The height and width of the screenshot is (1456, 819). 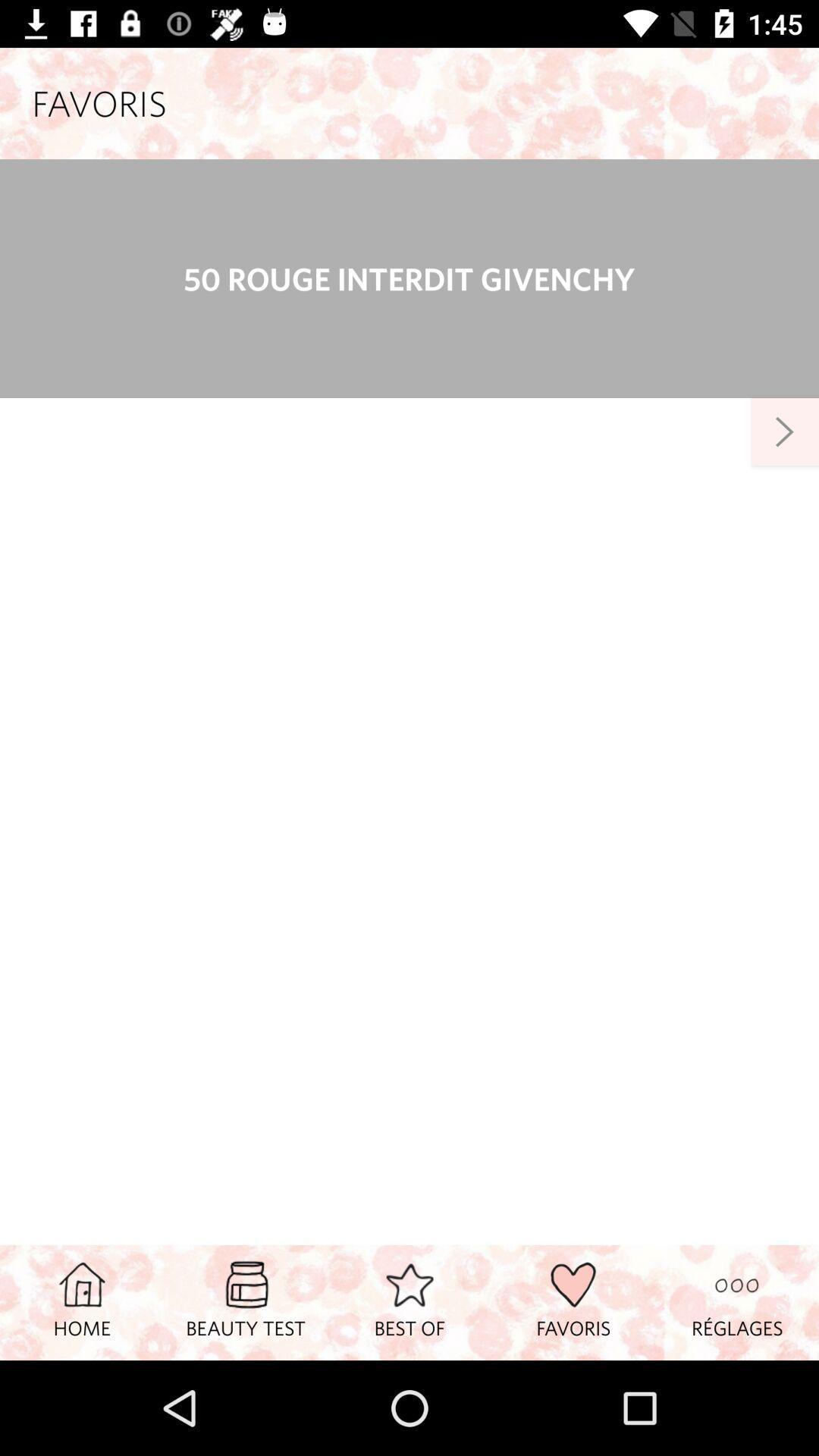 What do you see at coordinates (736, 1301) in the screenshot?
I see `the icon next to the favoris icon` at bounding box center [736, 1301].